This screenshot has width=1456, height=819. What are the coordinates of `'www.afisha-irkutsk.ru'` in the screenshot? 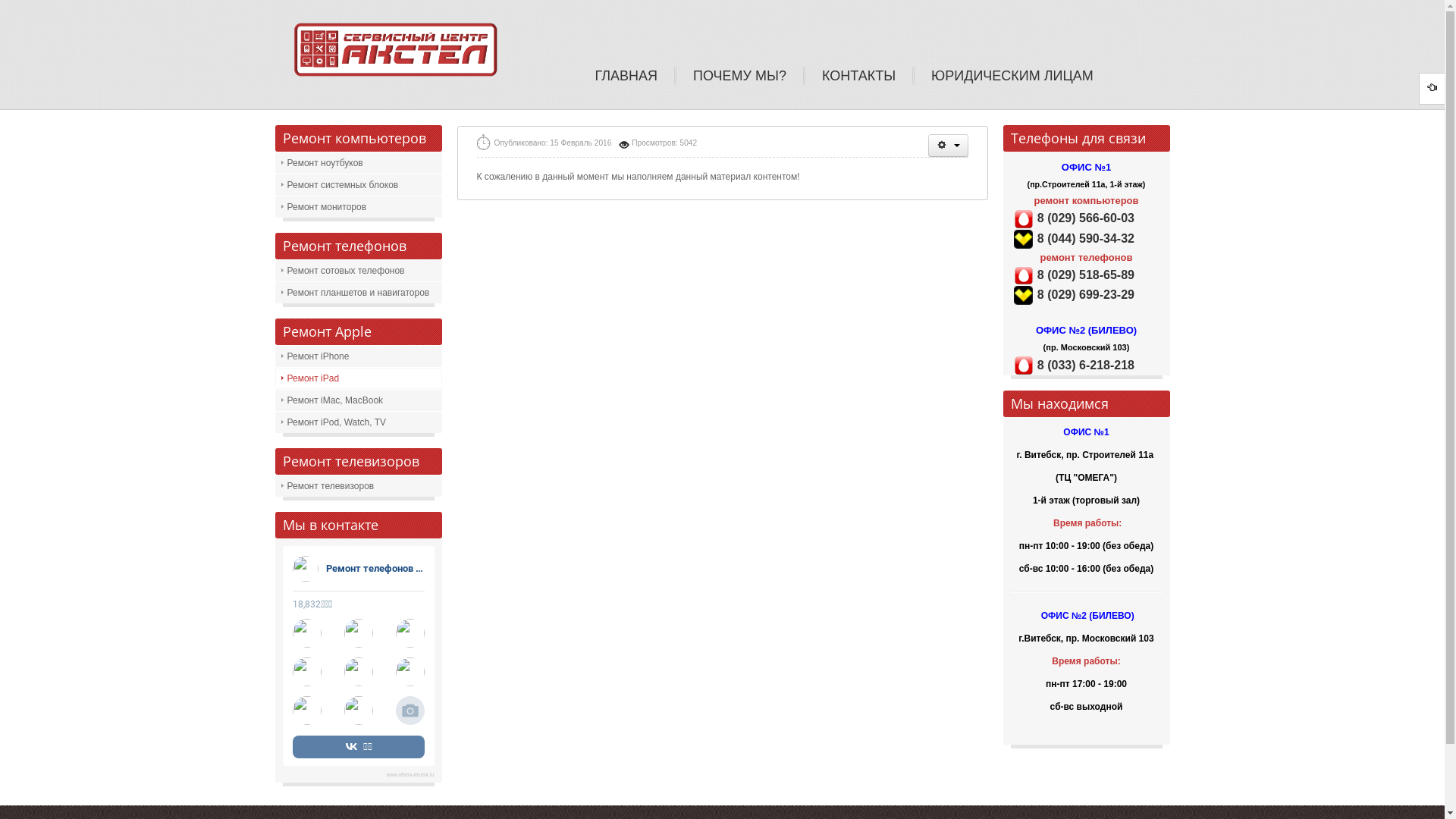 It's located at (410, 774).